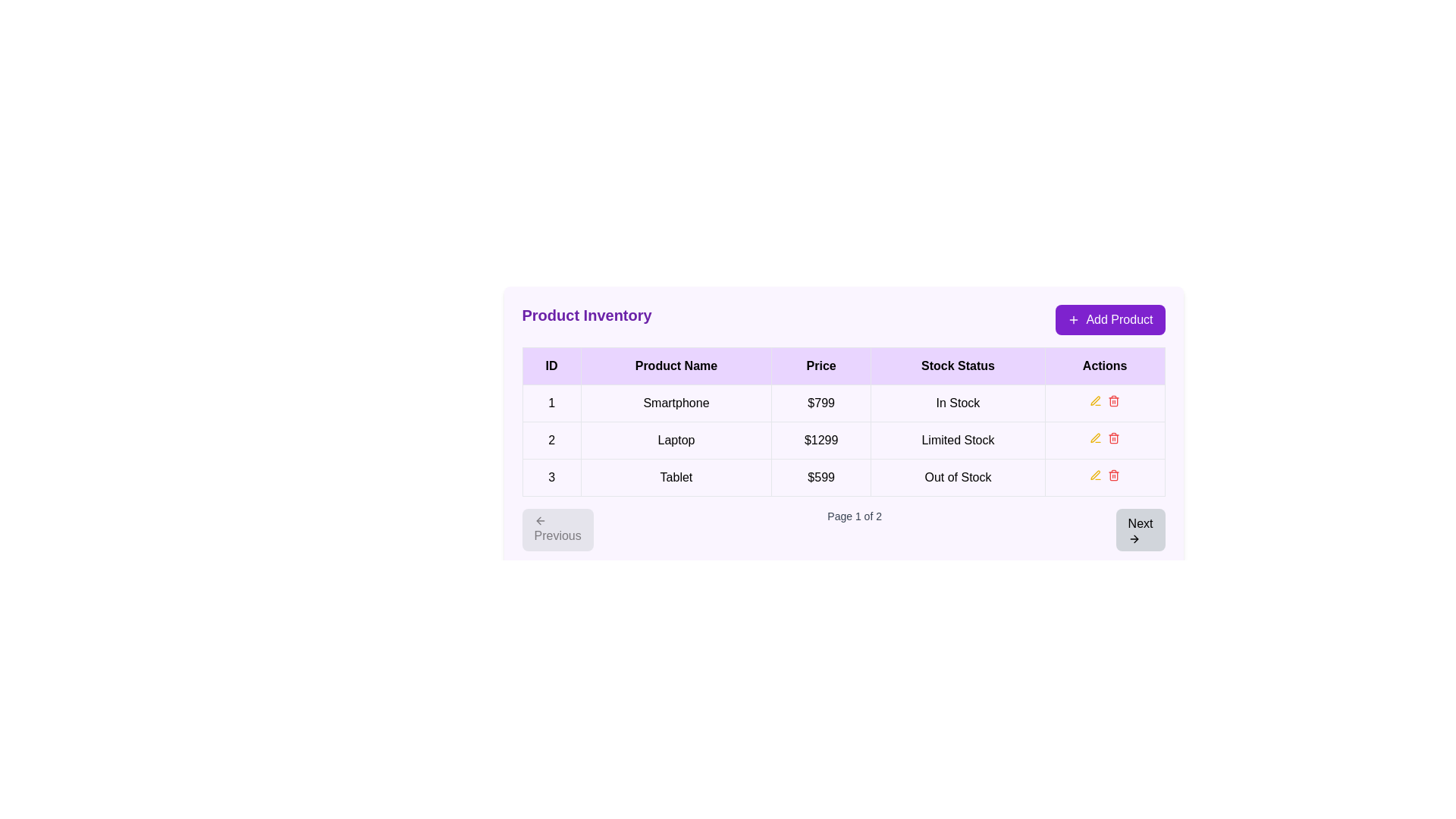  Describe the element at coordinates (843, 476) in the screenshot. I see `the third row in the product inventory table, which shows '3 Tablet $599 Out of Stock'` at that location.